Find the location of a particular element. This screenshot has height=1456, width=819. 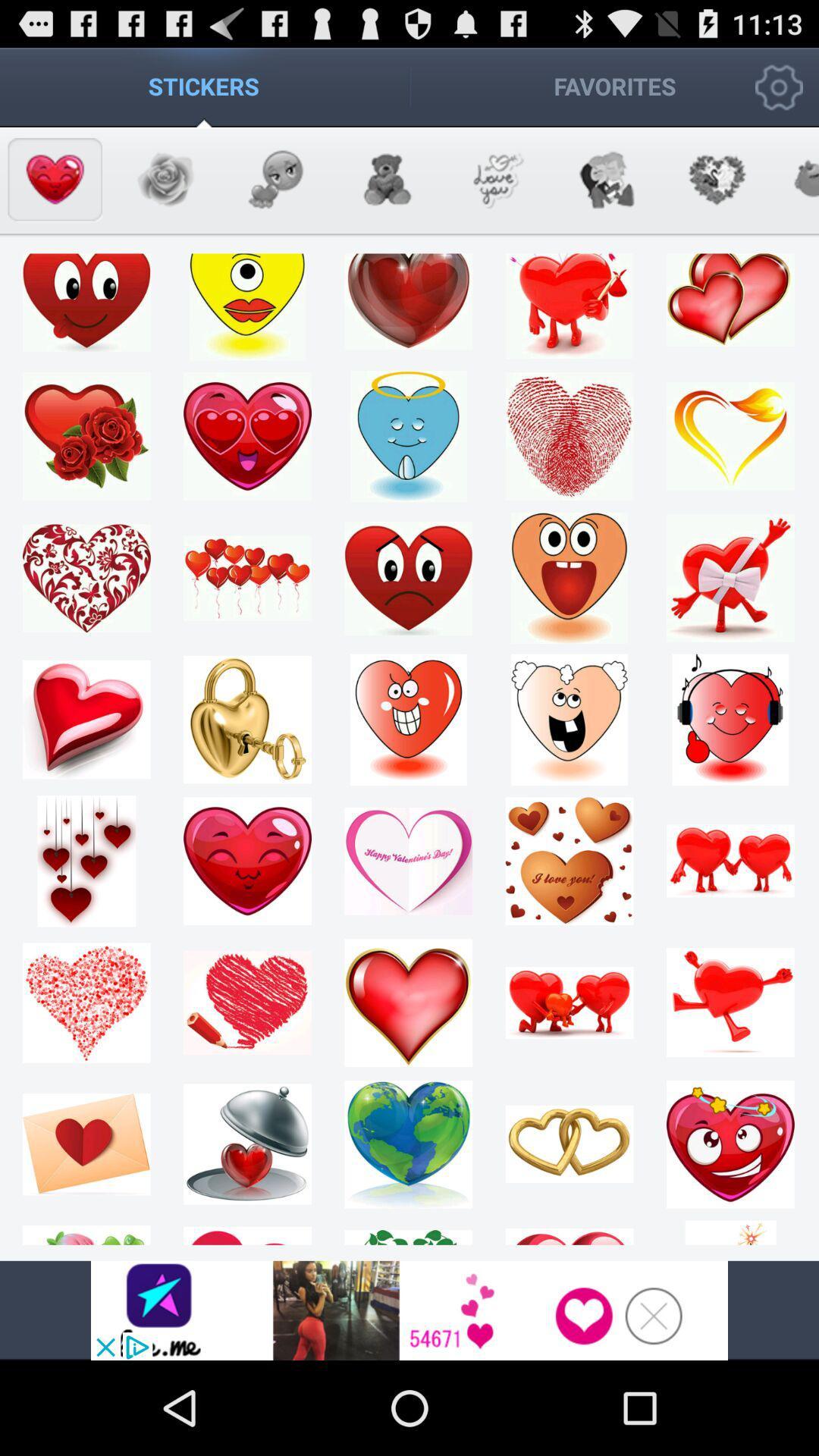

the emoji icon is located at coordinates (275, 192).